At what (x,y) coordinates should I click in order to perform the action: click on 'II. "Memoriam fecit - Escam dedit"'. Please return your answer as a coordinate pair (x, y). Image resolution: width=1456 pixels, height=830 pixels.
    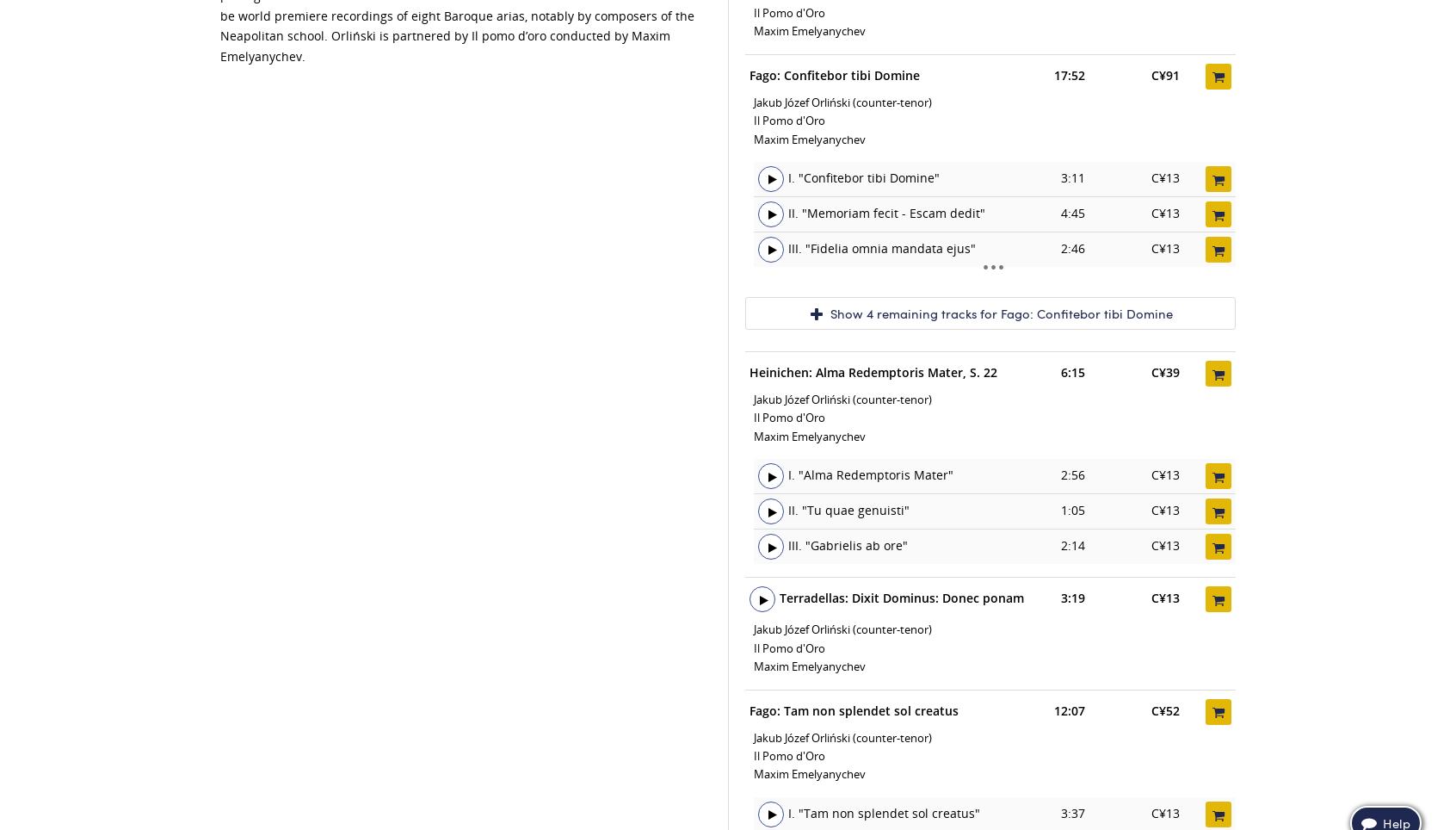
    Looking at the image, I should click on (885, 211).